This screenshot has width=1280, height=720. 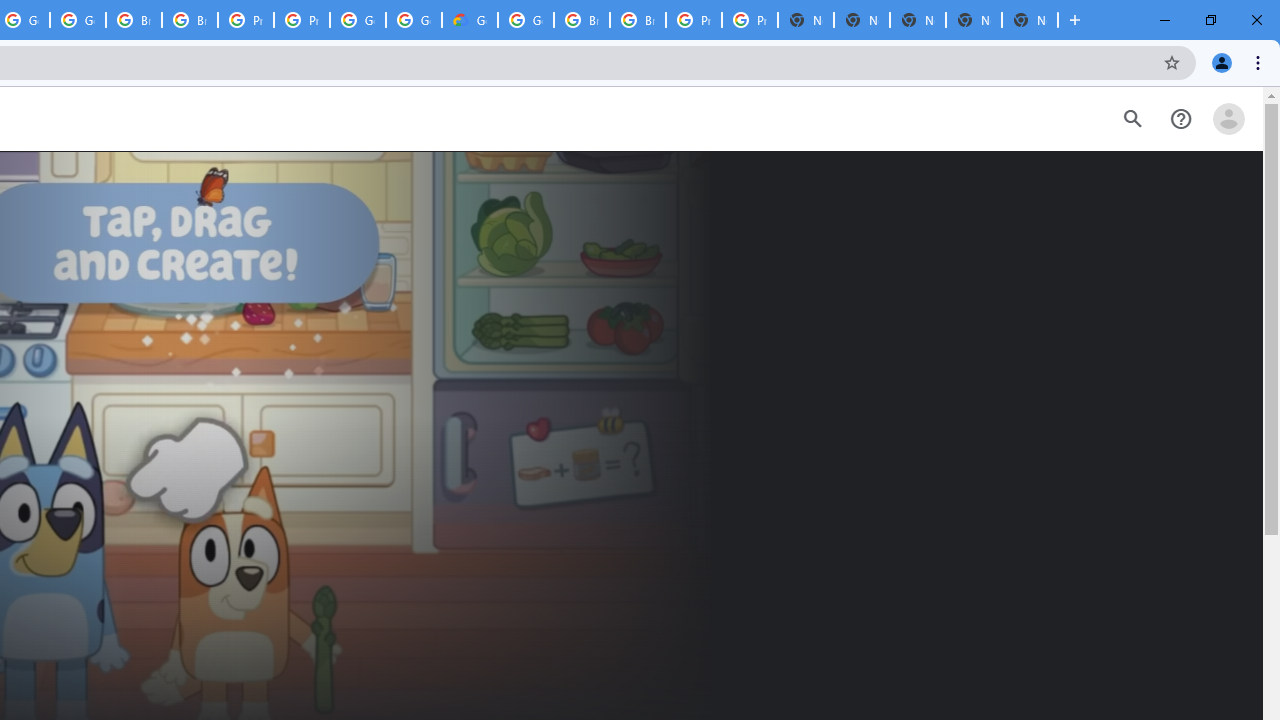 What do you see at coordinates (1180, 119) in the screenshot?
I see `'Help Center'` at bounding box center [1180, 119].